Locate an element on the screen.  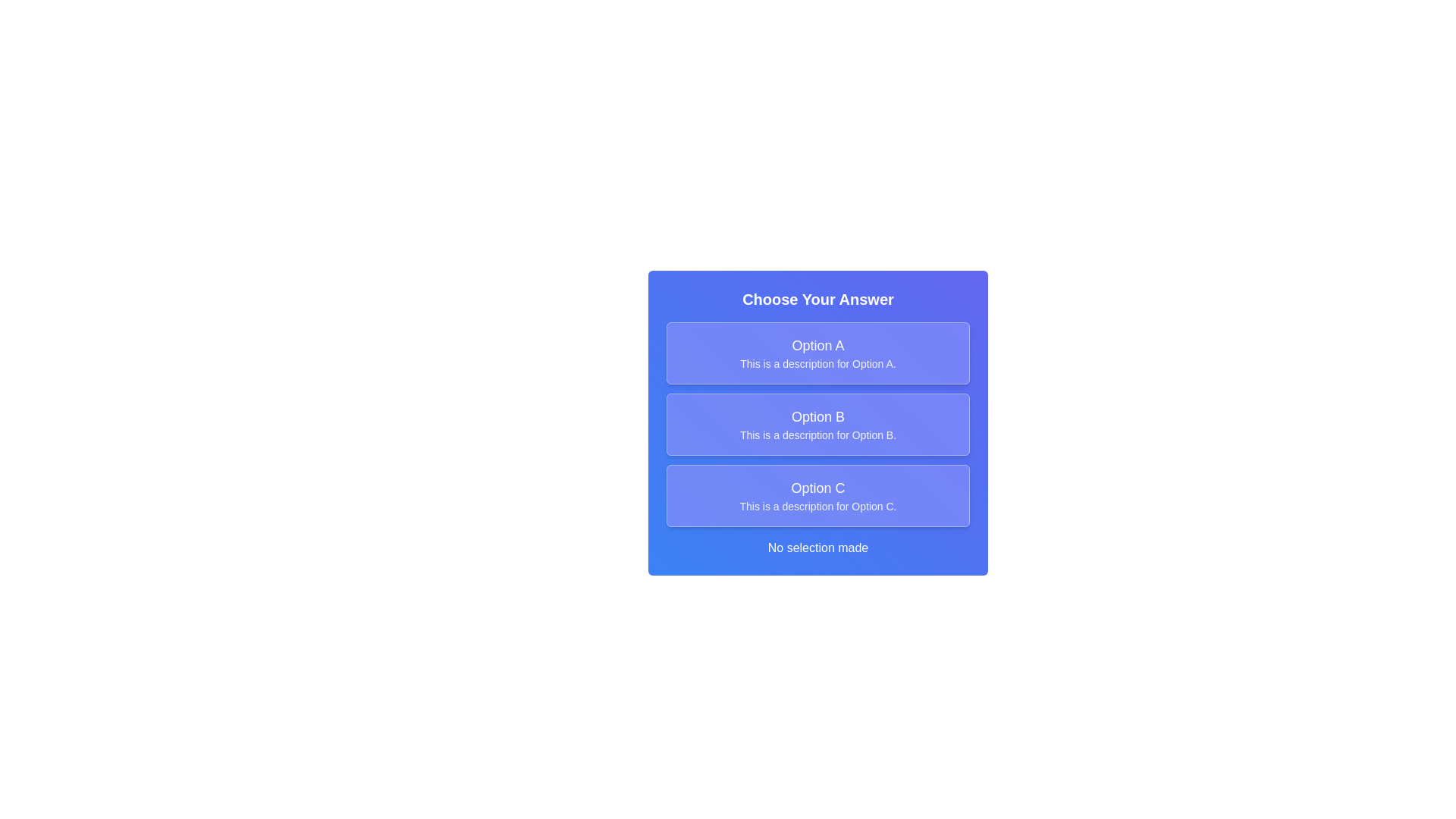
the text label displaying 'Option A' which is located inside a blue rectangular box with rounded corners, serving as the title for the first option is located at coordinates (817, 345).